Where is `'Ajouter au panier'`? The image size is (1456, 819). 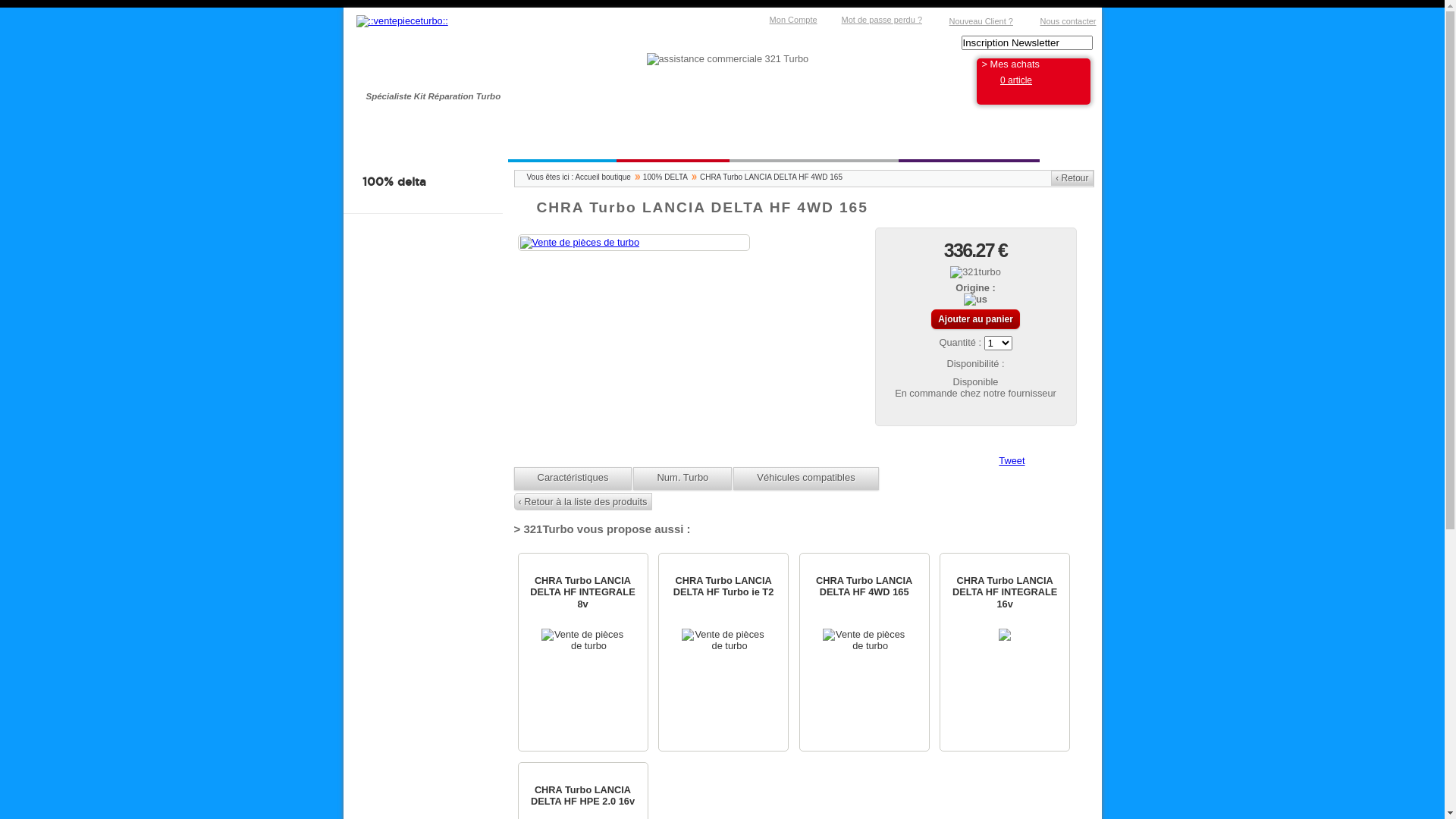
'Ajouter au panier' is located at coordinates (930, 318).